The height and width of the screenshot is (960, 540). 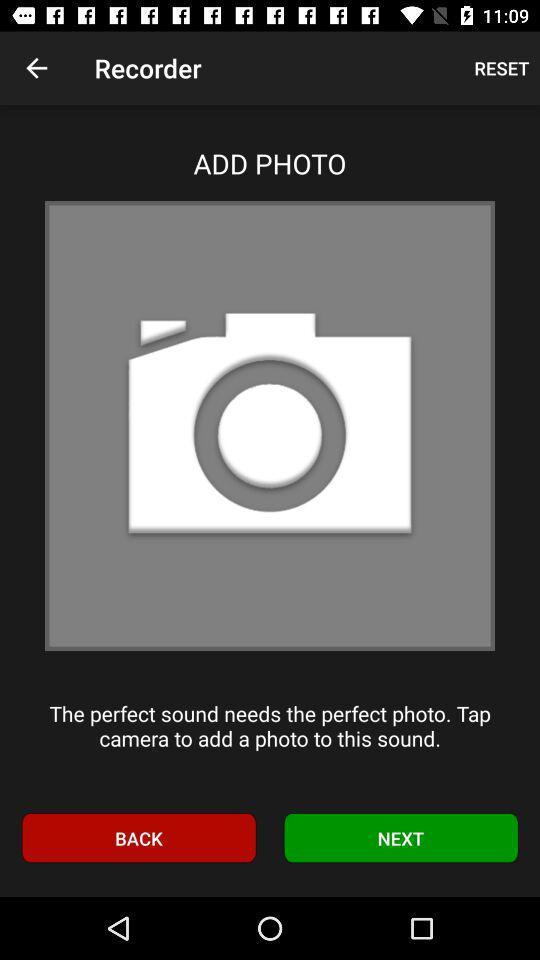 What do you see at coordinates (137, 838) in the screenshot?
I see `the back` at bounding box center [137, 838].